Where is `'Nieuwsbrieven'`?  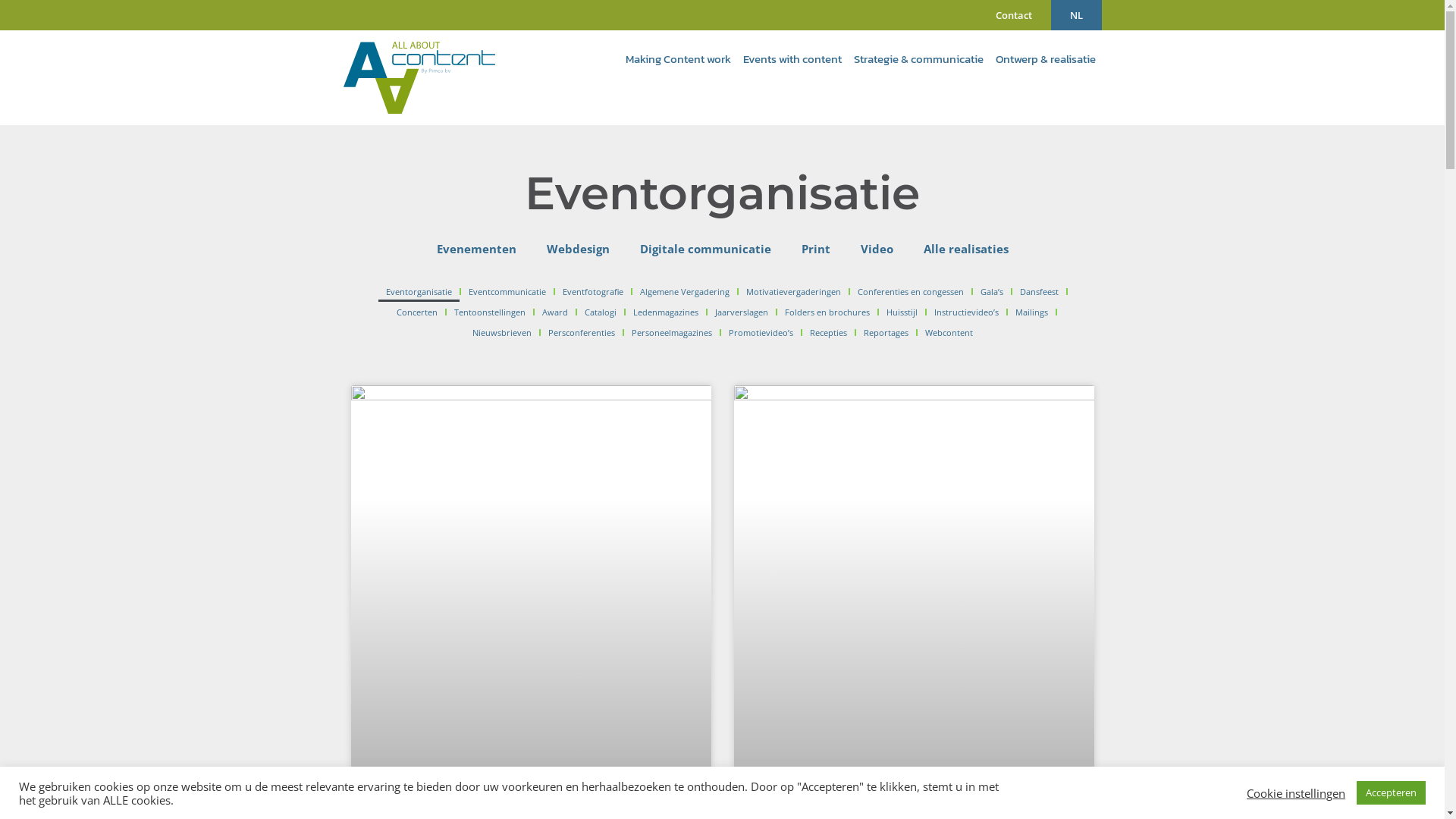
'Nieuwsbrieven' is located at coordinates (463, 332).